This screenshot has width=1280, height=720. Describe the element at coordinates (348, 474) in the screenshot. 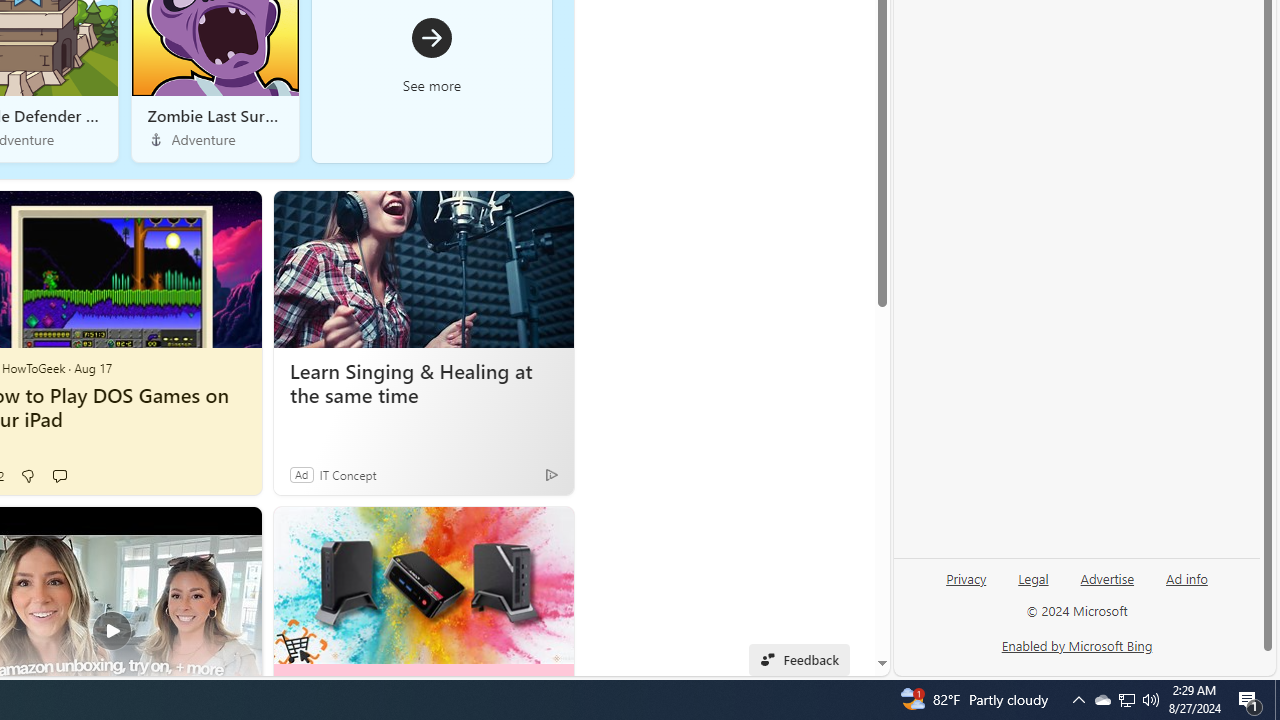

I see `'IT Concept'` at that location.